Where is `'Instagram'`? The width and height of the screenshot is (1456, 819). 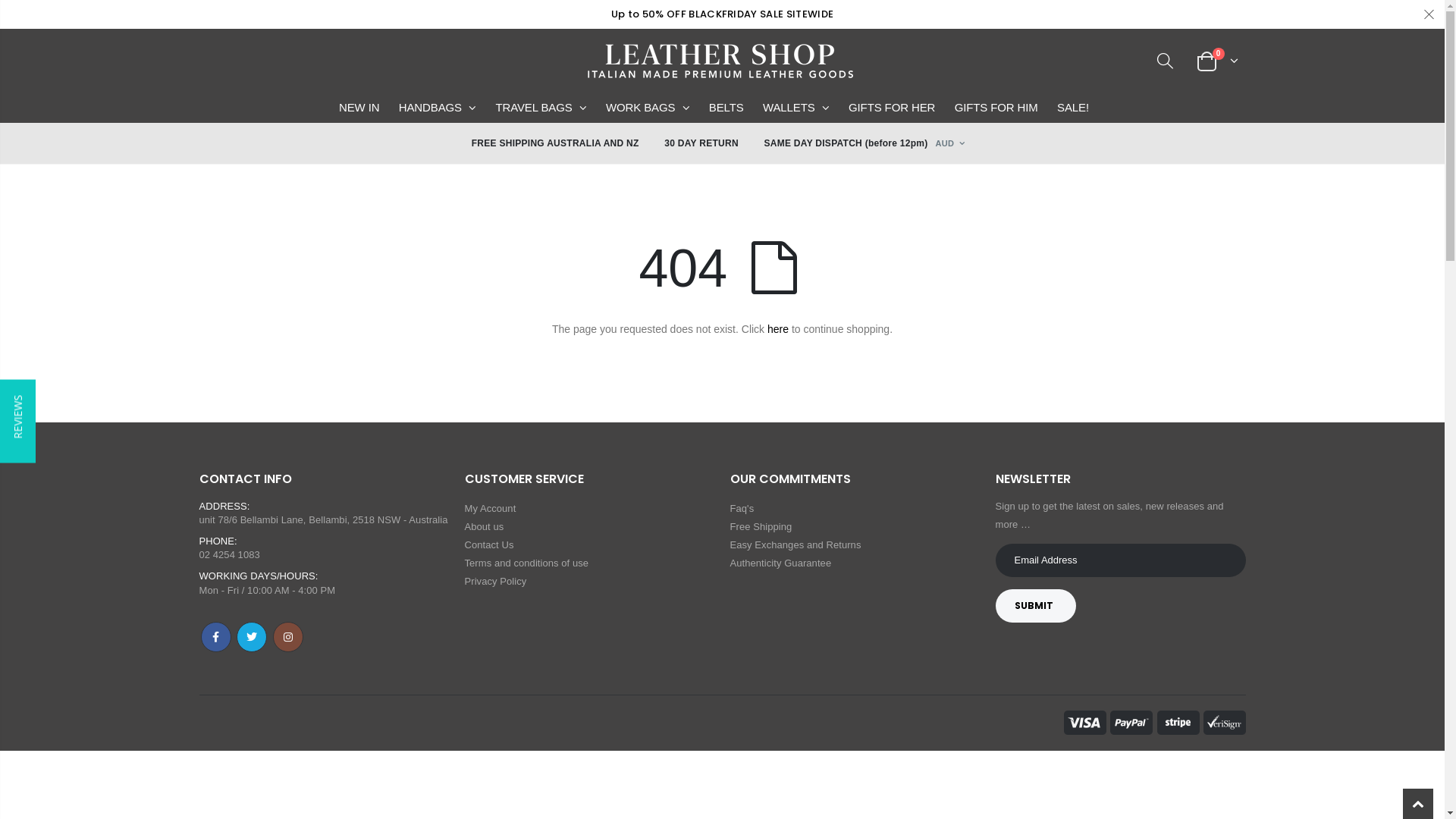
'Instagram' is located at coordinates (287, 637).